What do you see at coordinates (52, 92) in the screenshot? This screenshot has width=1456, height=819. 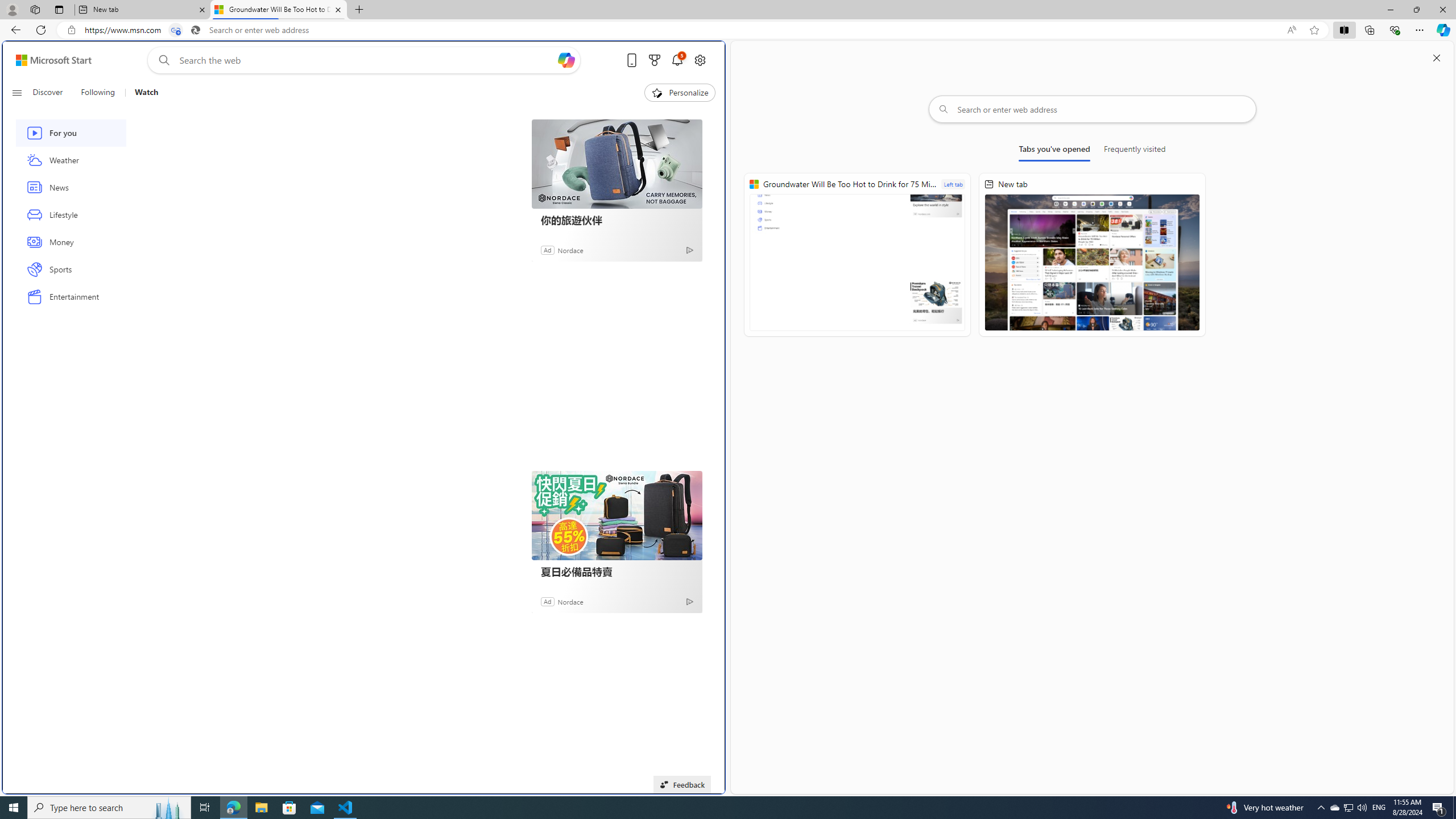 I see `'Discover'` at bounding box center [52, 92].